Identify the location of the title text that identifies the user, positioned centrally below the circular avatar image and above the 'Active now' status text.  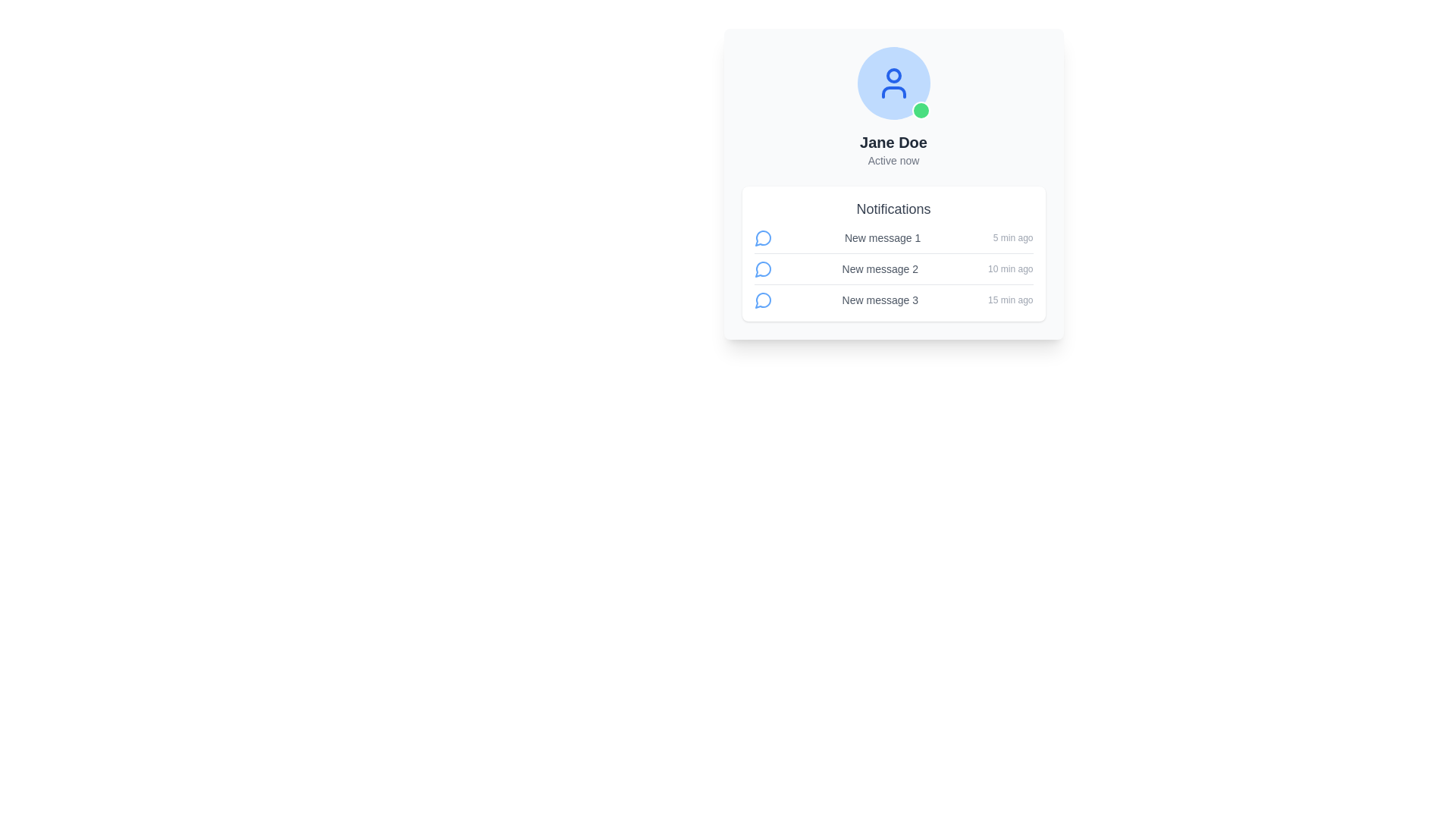
(893, 143).